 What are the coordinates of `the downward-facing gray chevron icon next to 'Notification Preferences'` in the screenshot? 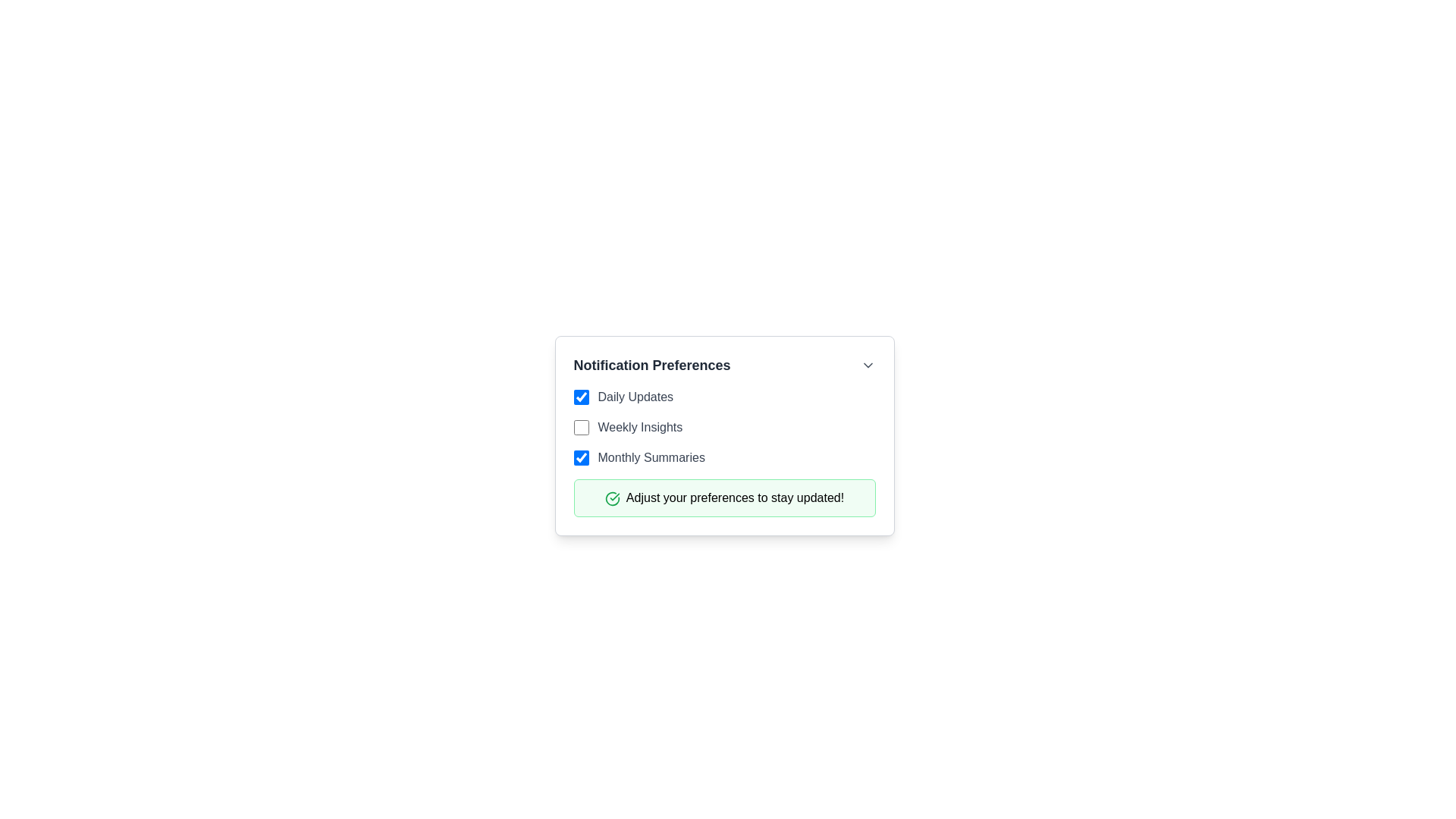 It's located at (868, 366).